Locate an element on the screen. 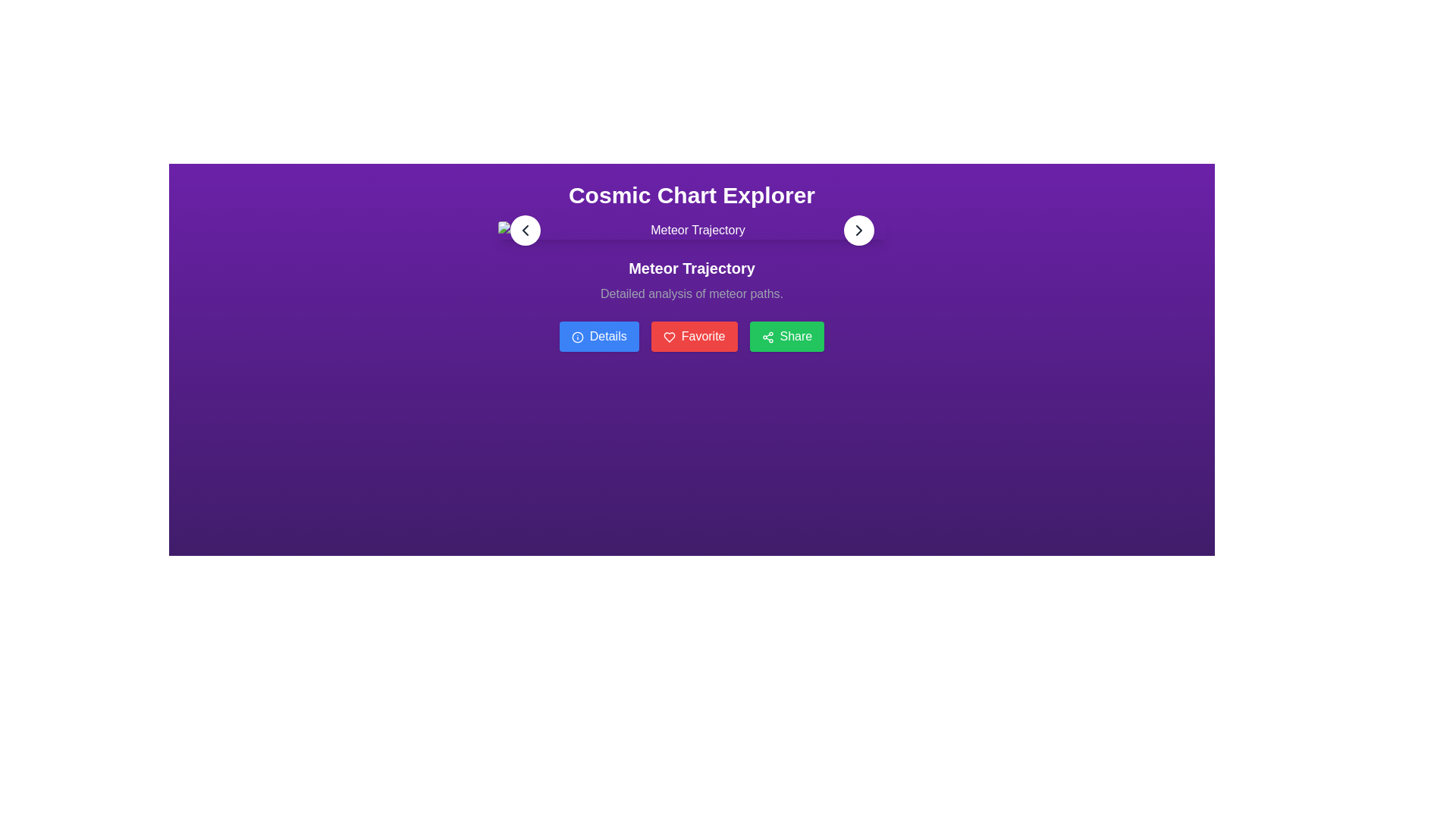  the circular button with a white background and a dark arrow pointing to the right is located at coordinates (858, 231).